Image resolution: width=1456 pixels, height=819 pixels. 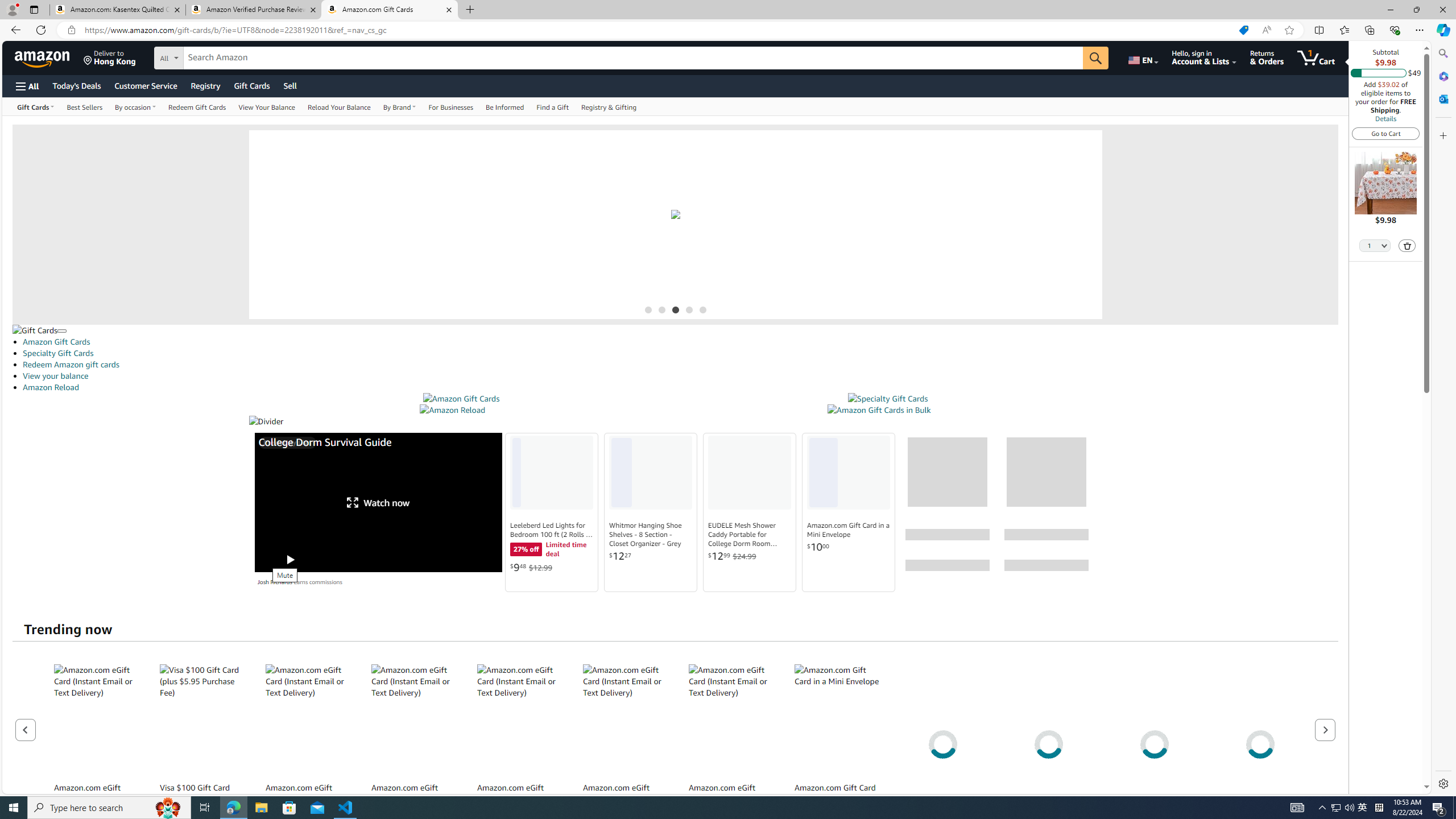 I want to click on 'Registry', so click(x=204, y=85).